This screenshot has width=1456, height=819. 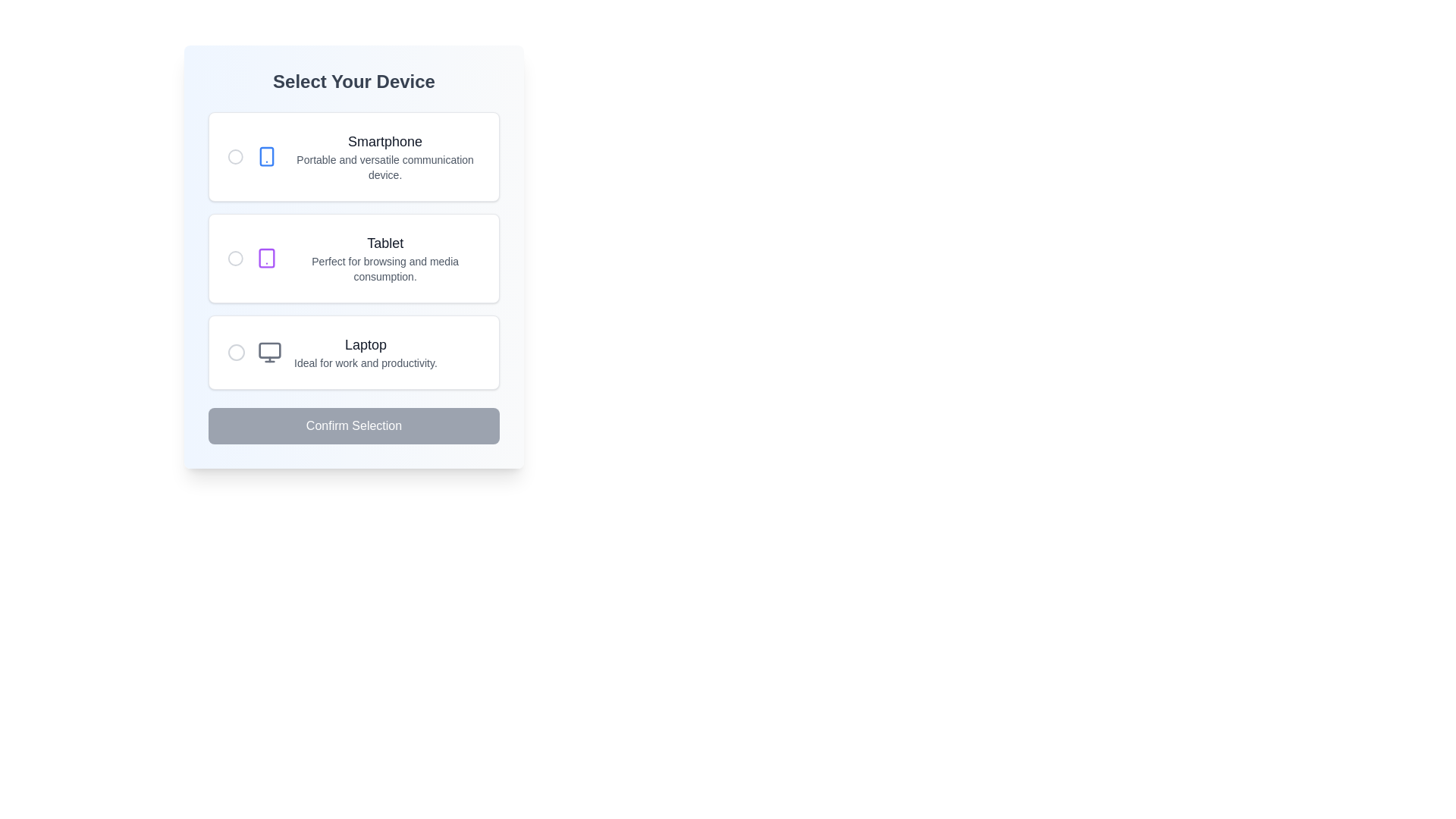 I want to click on the descriptive text 'Portable and versatile communication device.' of the List item titled 'Smartphone', which features a blue smartphone icon on the left, so click(x=368, y=157).